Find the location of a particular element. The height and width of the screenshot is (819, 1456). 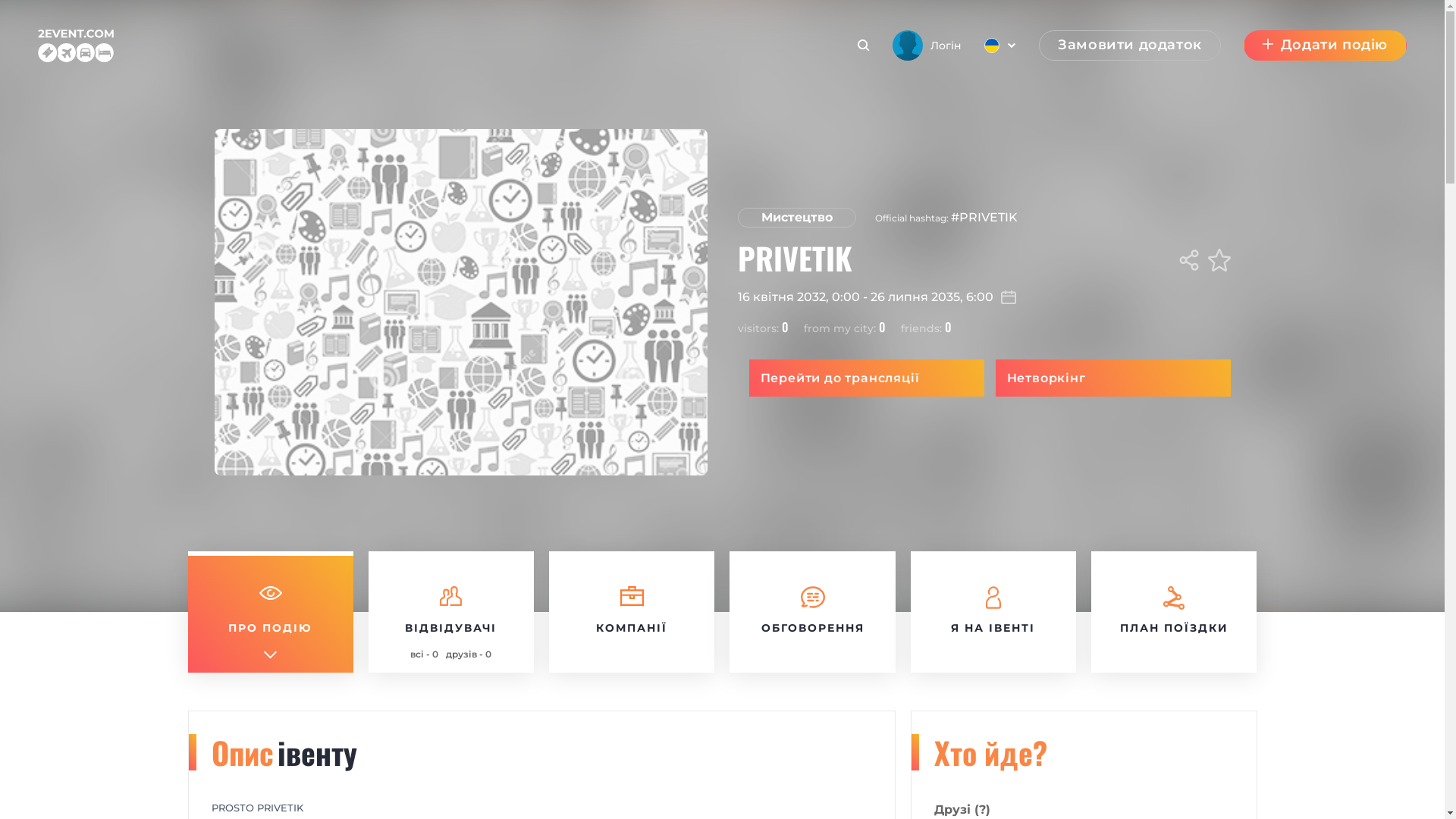

'visitors: 0' is located at coordinates (736, 326).